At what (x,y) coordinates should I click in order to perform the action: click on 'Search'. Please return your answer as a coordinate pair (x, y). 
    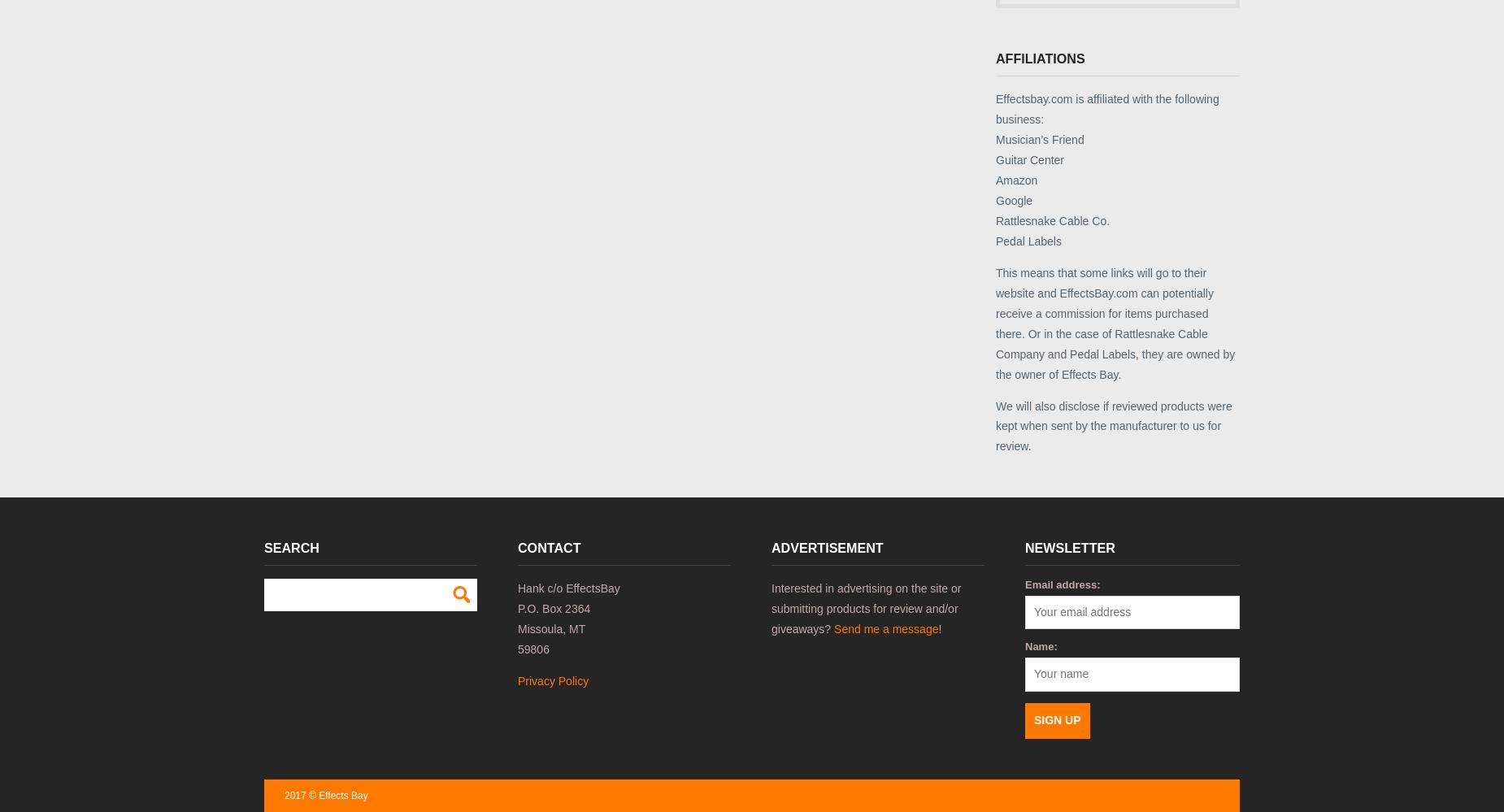
    Looking at the image, I should click on (290, 548).